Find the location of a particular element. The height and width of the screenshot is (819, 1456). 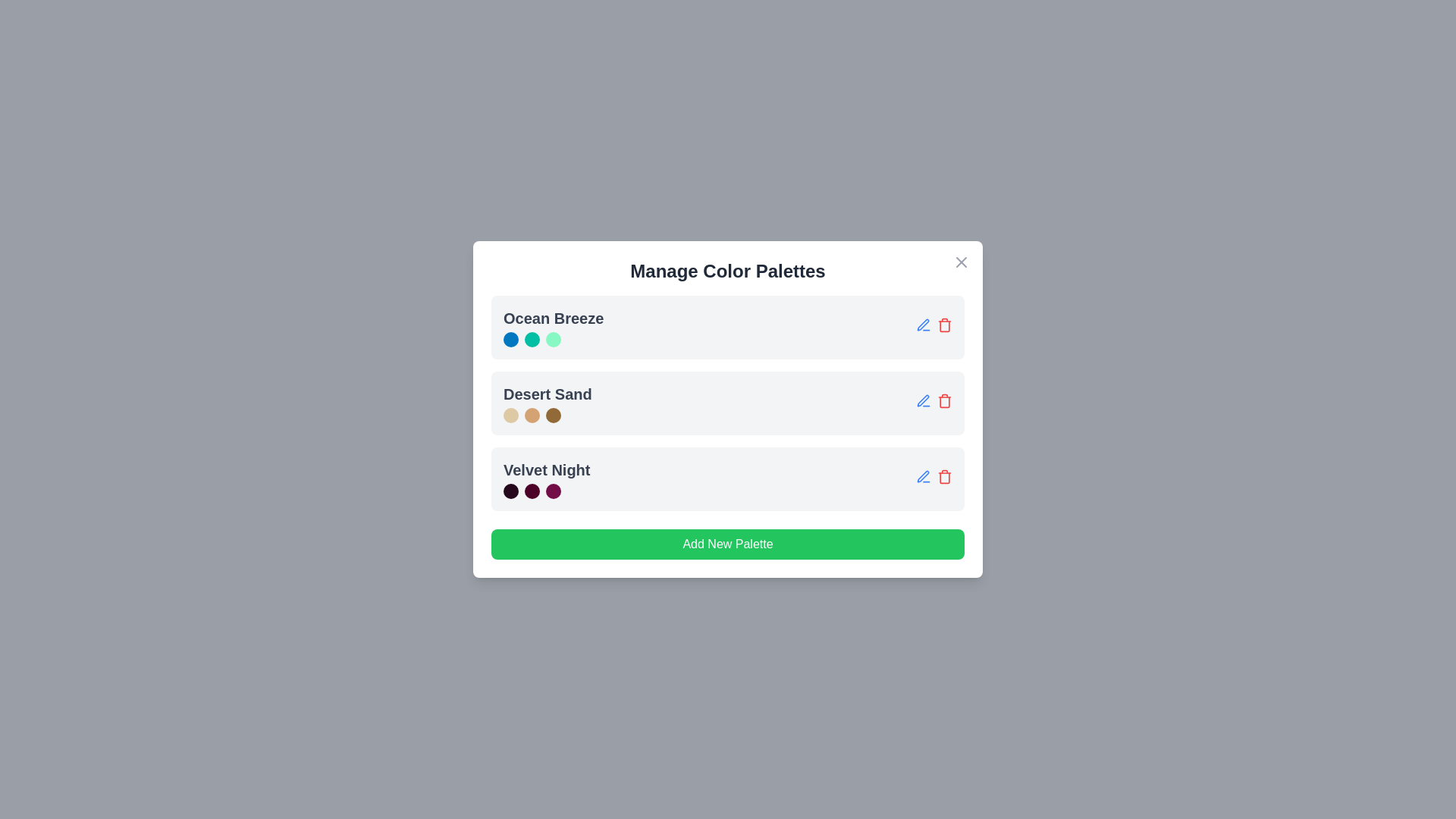

the edit icon for the palette named Ocean Breeze is located at coordinates (923, 324).